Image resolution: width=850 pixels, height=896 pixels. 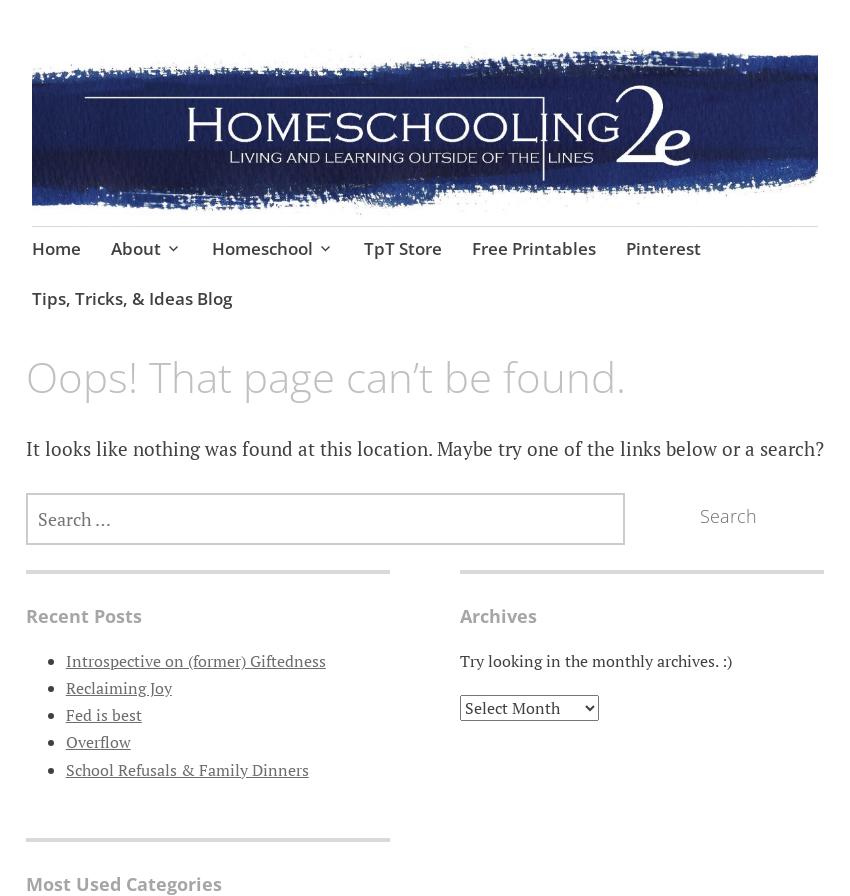 What do you see at coordinates (96, 741) in the screenshot?
I see `'Overflow'` at bounding box center [96, 741].